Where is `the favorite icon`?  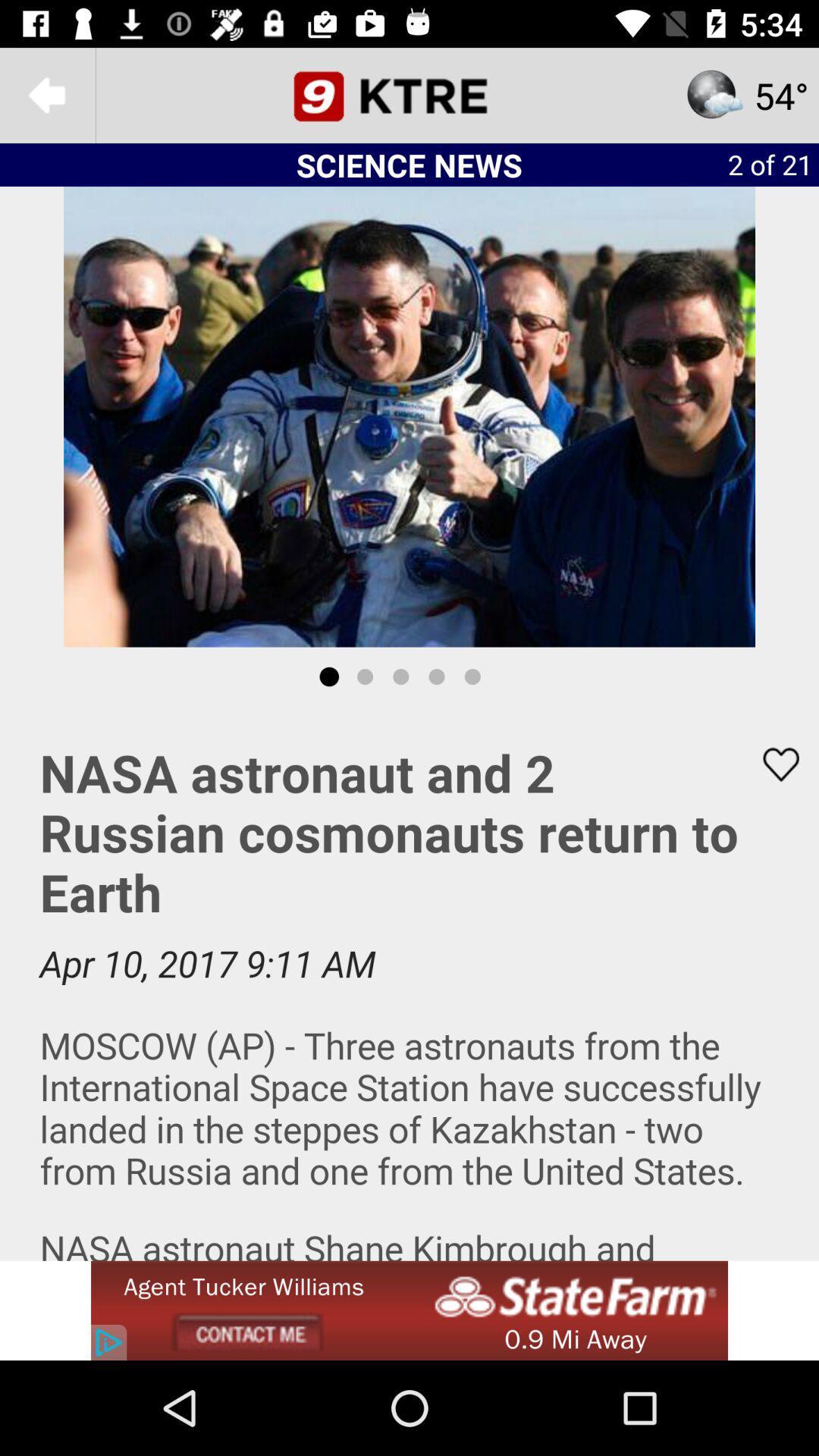 the favorite icon is located at coordinates (771, 764).